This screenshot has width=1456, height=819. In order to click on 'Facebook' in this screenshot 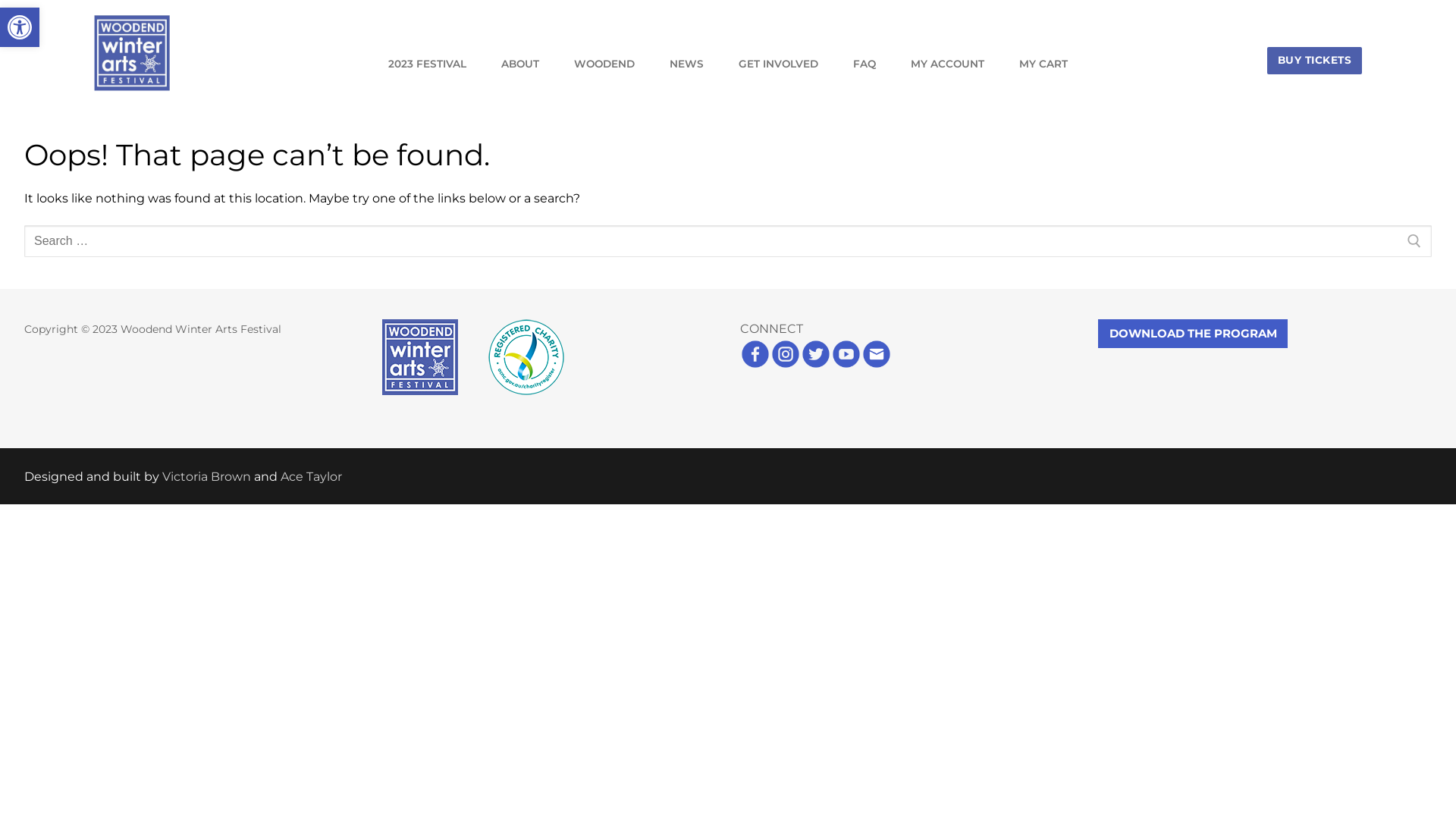, I will do `click(755, 365)`.